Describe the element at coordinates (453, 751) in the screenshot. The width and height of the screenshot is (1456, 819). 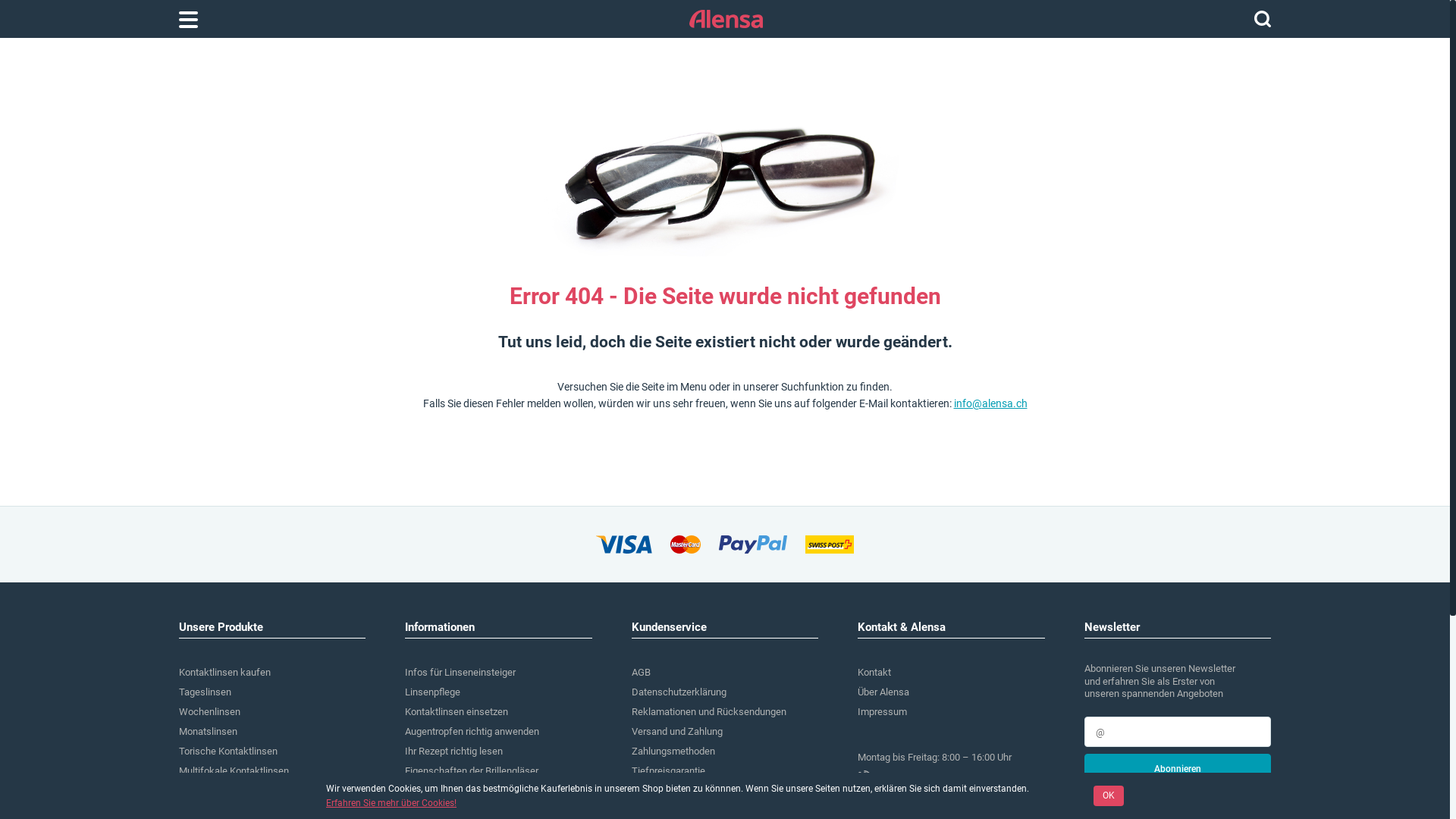
I see `'Ihr Rezept richtig lesen'` at that location.